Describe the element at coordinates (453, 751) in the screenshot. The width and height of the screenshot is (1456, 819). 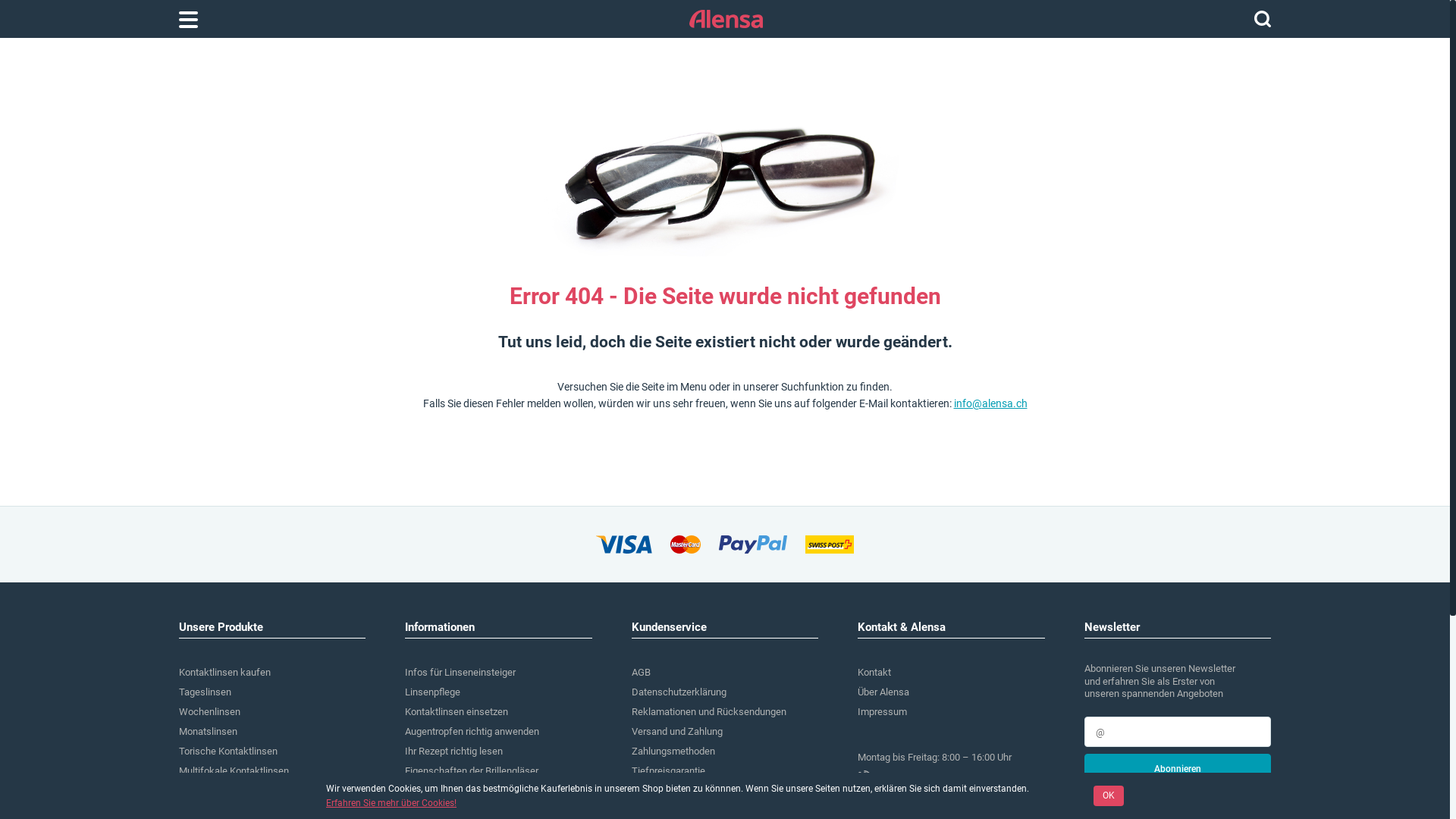
I see `'Ihr Rezept richtig lesen'` at that location.